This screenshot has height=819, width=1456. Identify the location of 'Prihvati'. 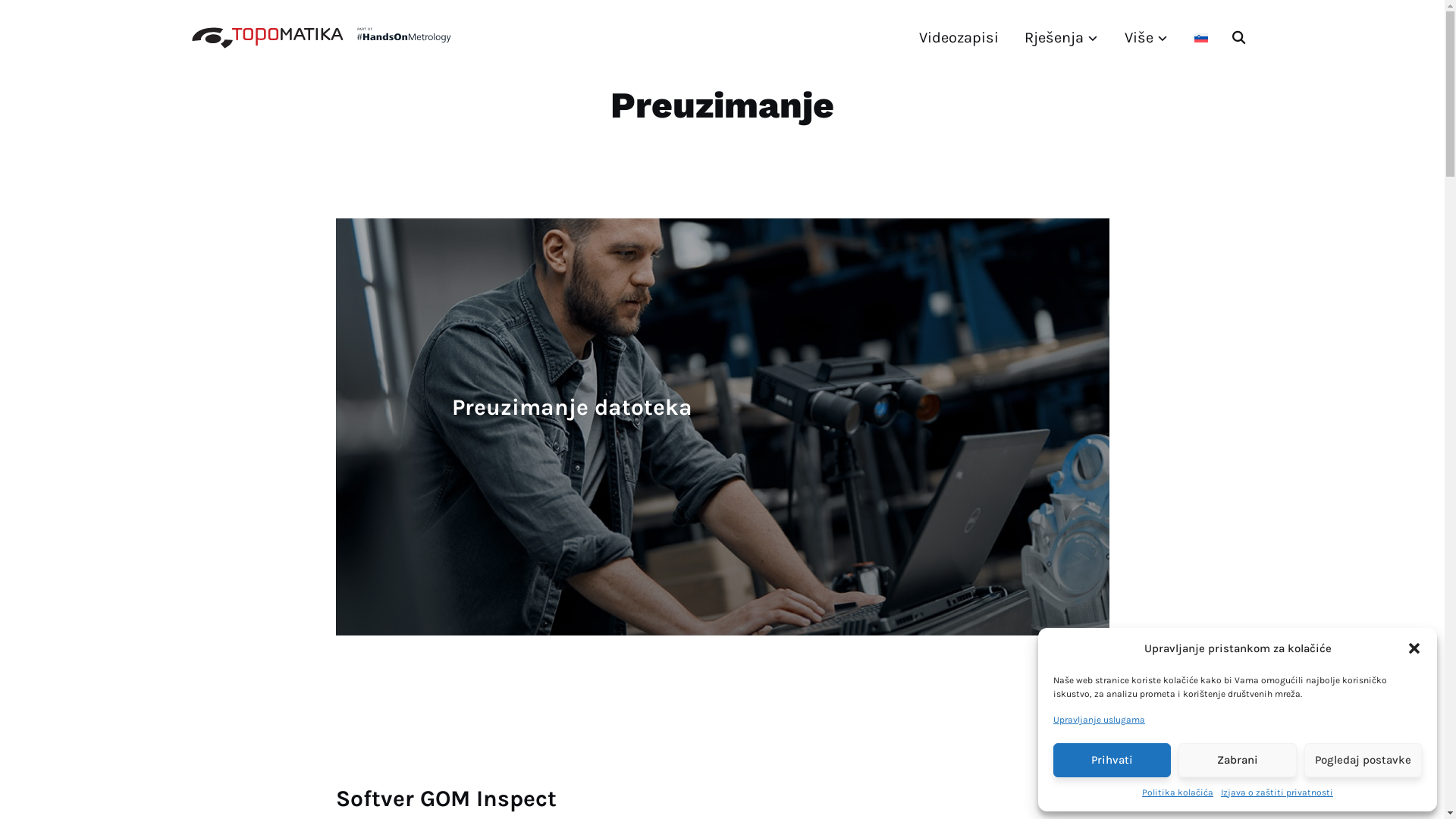
(1112, 760).